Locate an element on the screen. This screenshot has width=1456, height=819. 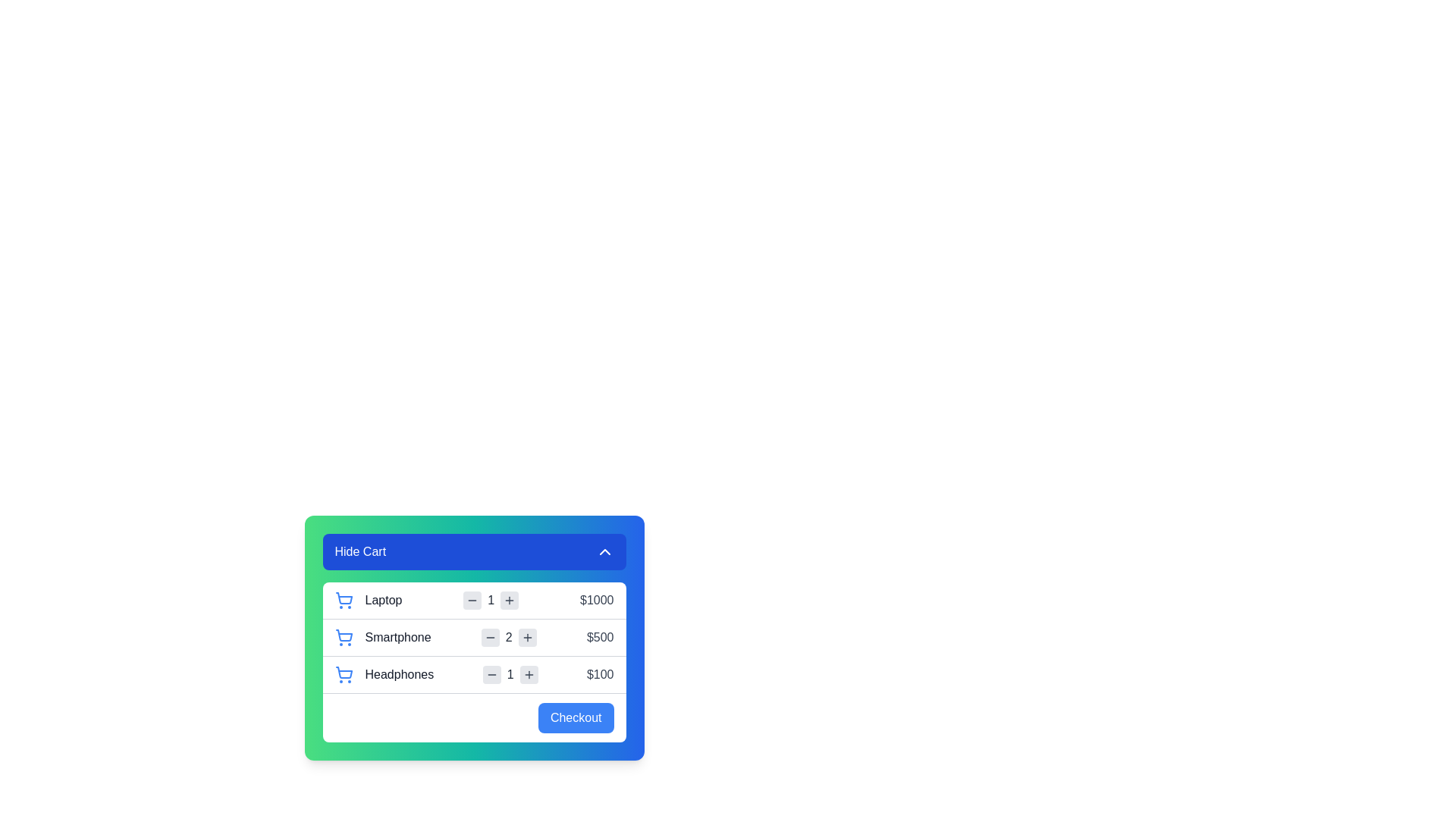
the toggle button for collapsing or hiding the cart content located at the top right corner of the 'Hide Cart' section in the header bar is located at coordinates (604, 552).